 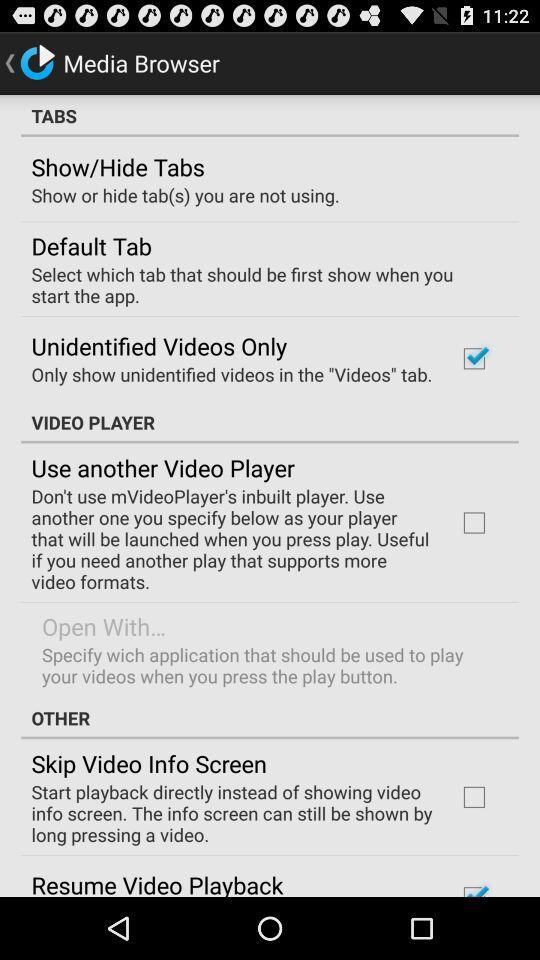 What do you see at coordinates (230, 813) in the screenshot?
I see `the icon below skip video info item` at bounding box center [230, 813].